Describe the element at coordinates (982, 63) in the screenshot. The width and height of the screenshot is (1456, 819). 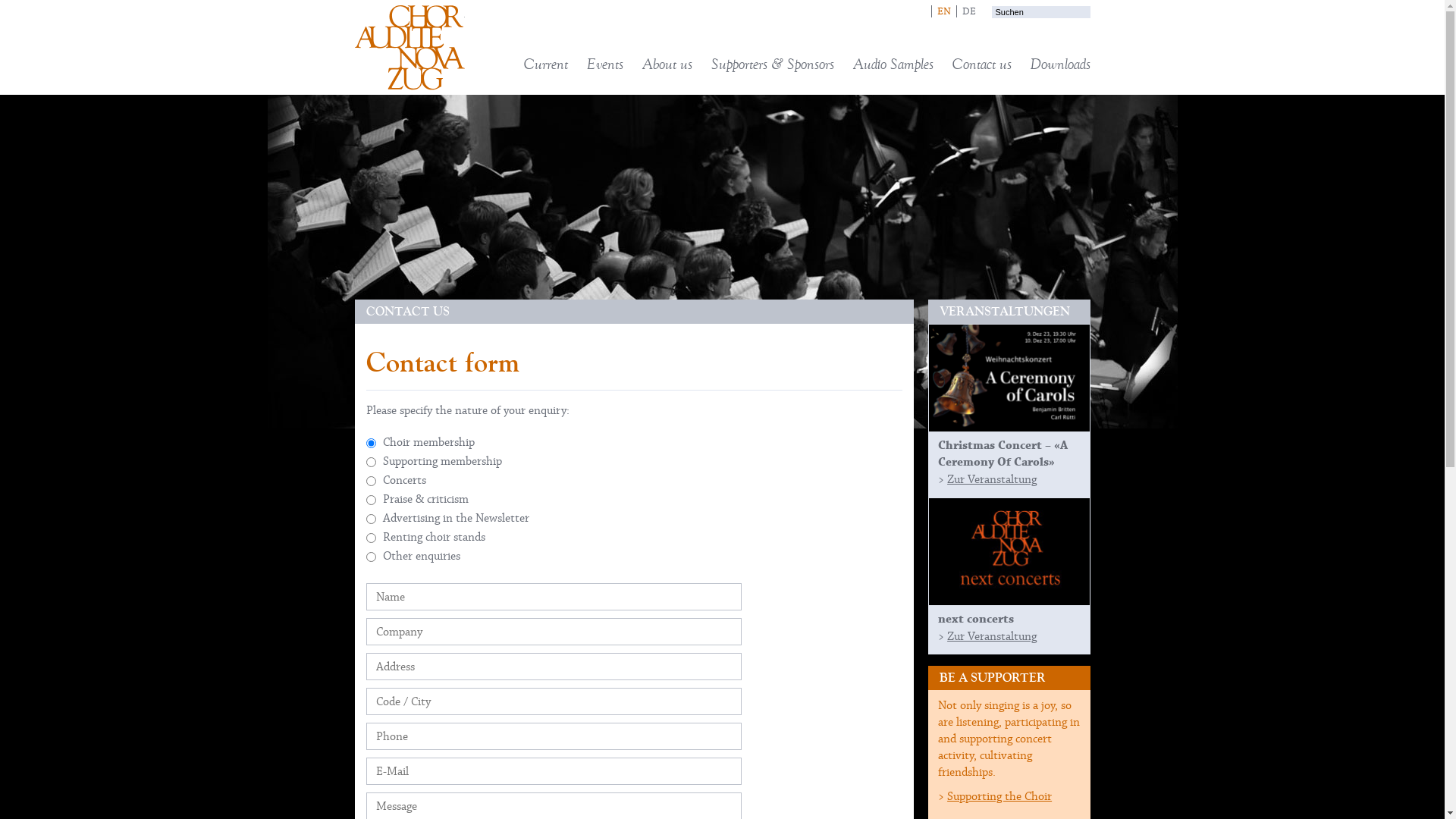
I see `'Contact us'` at that location.